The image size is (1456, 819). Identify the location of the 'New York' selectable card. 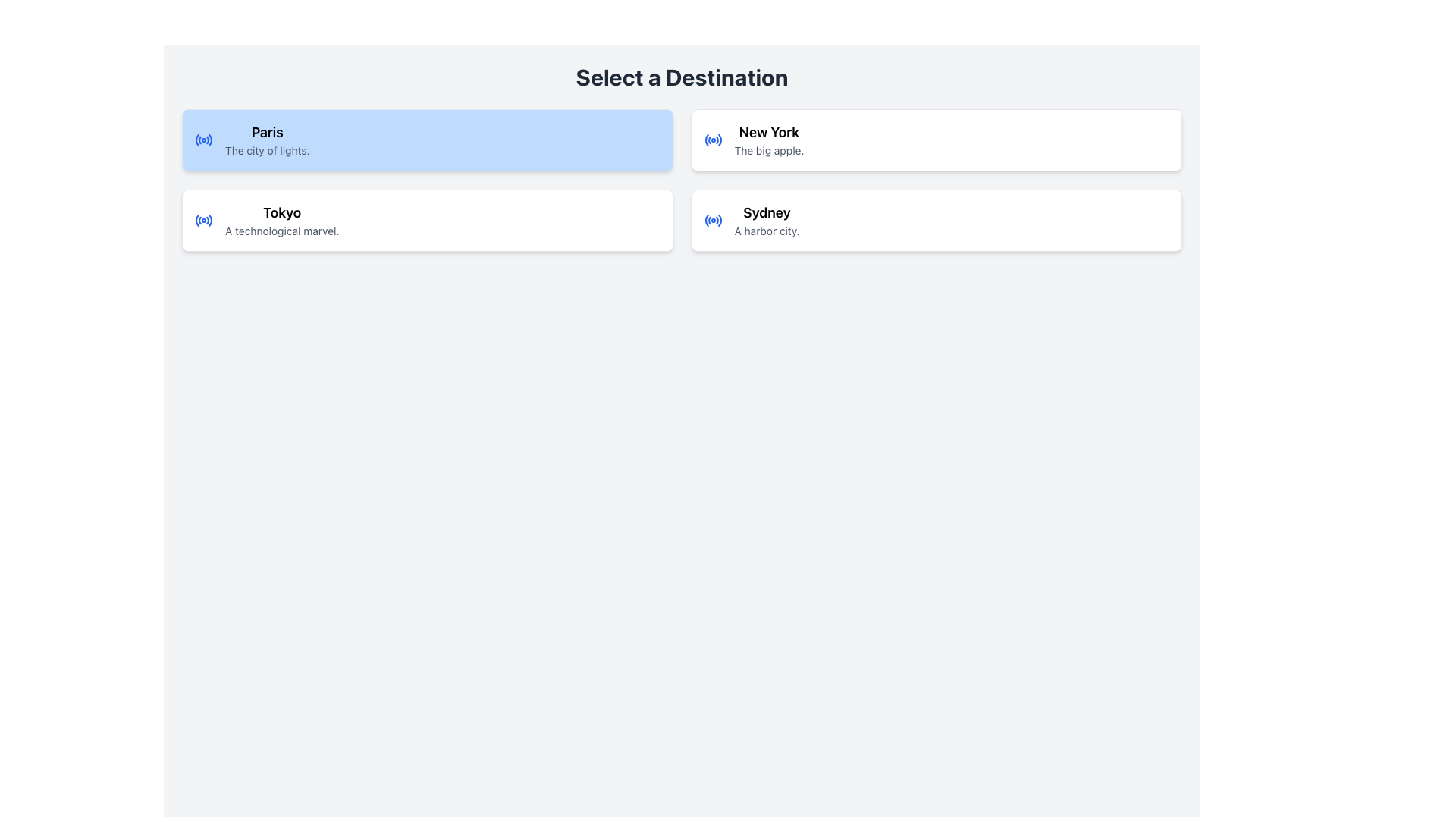
(936, 140).